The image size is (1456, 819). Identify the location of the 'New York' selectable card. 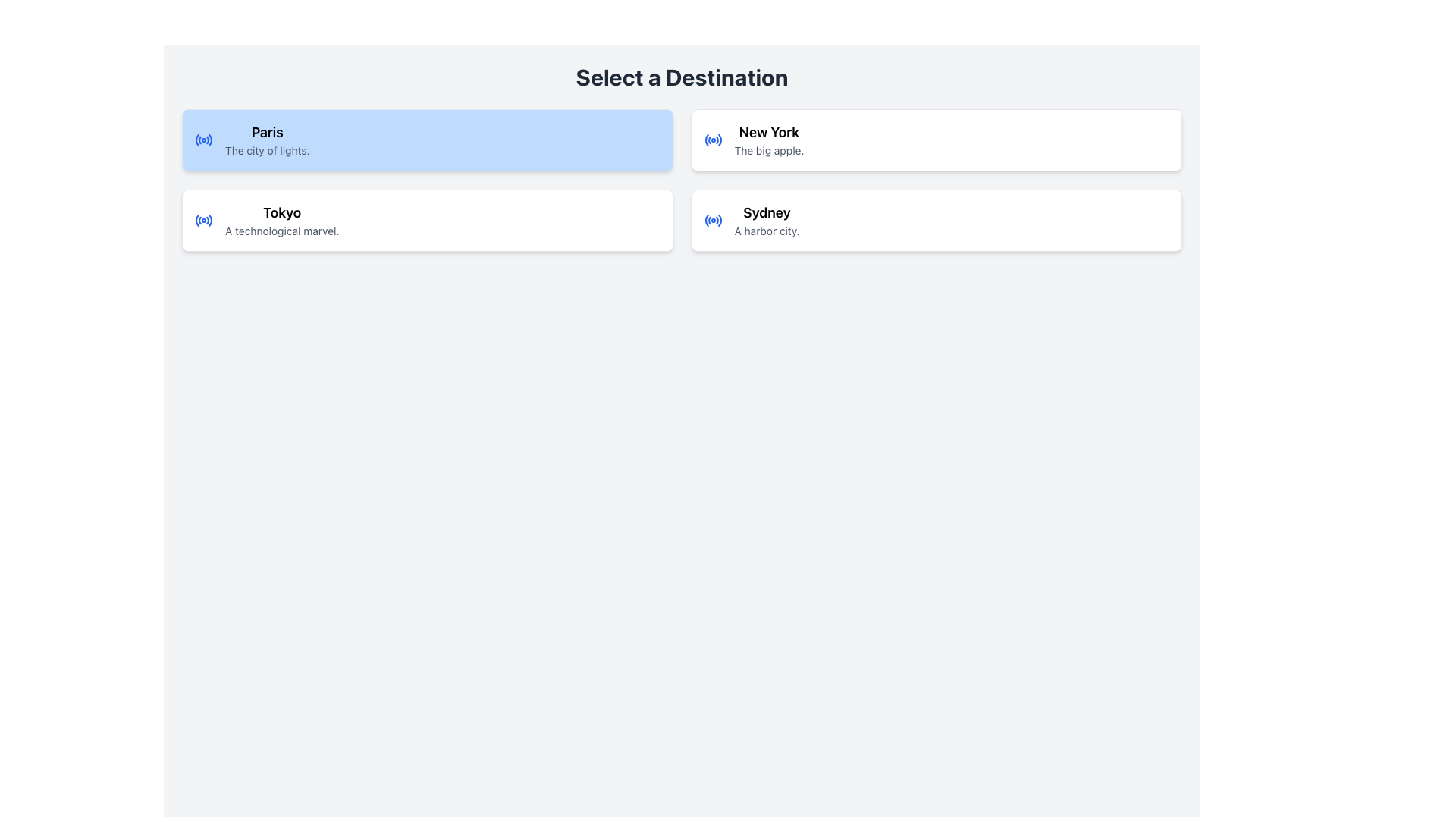
(936, 140).